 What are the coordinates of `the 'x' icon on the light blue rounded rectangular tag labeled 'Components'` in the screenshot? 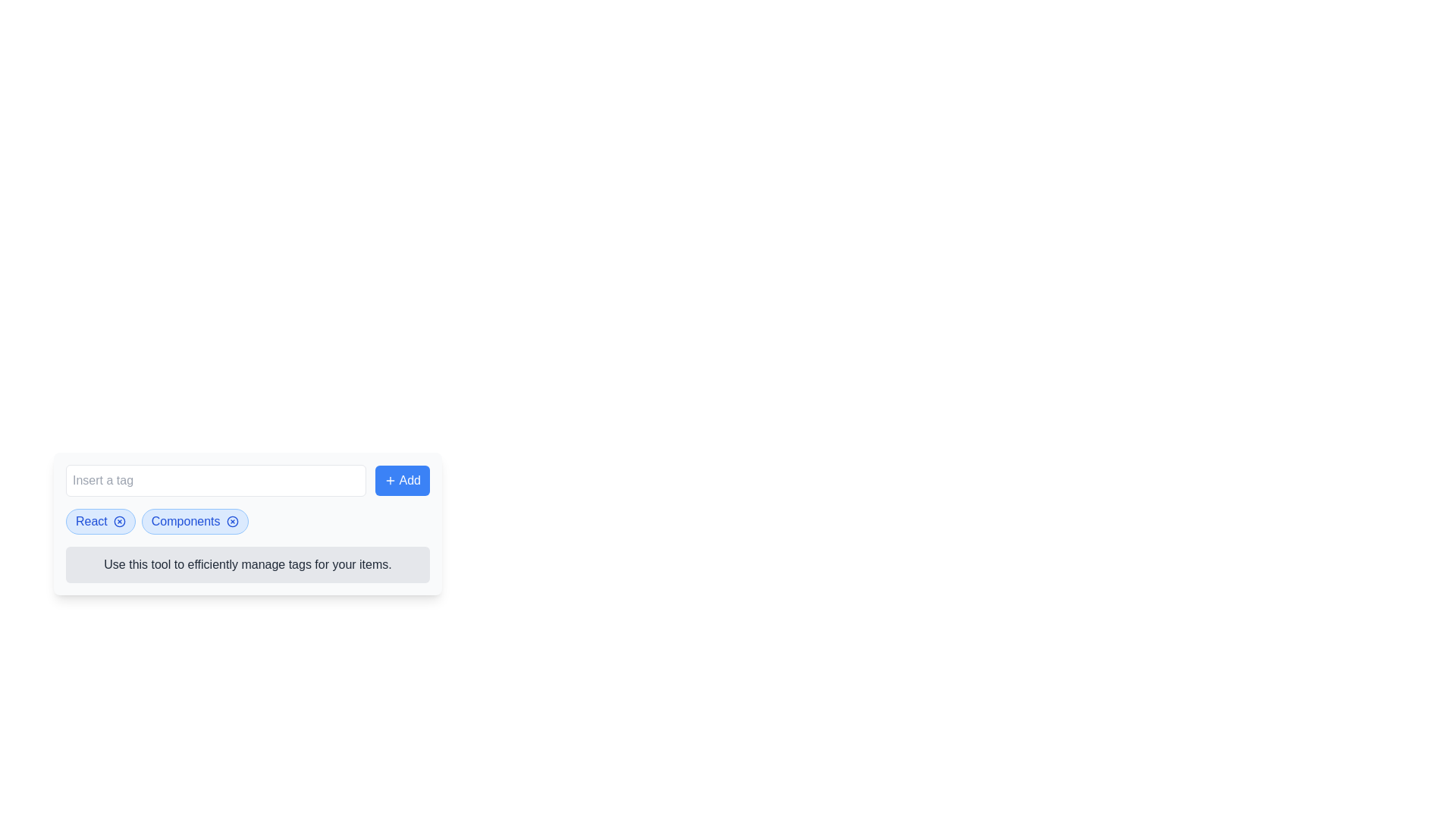 It's located at (194, 520).